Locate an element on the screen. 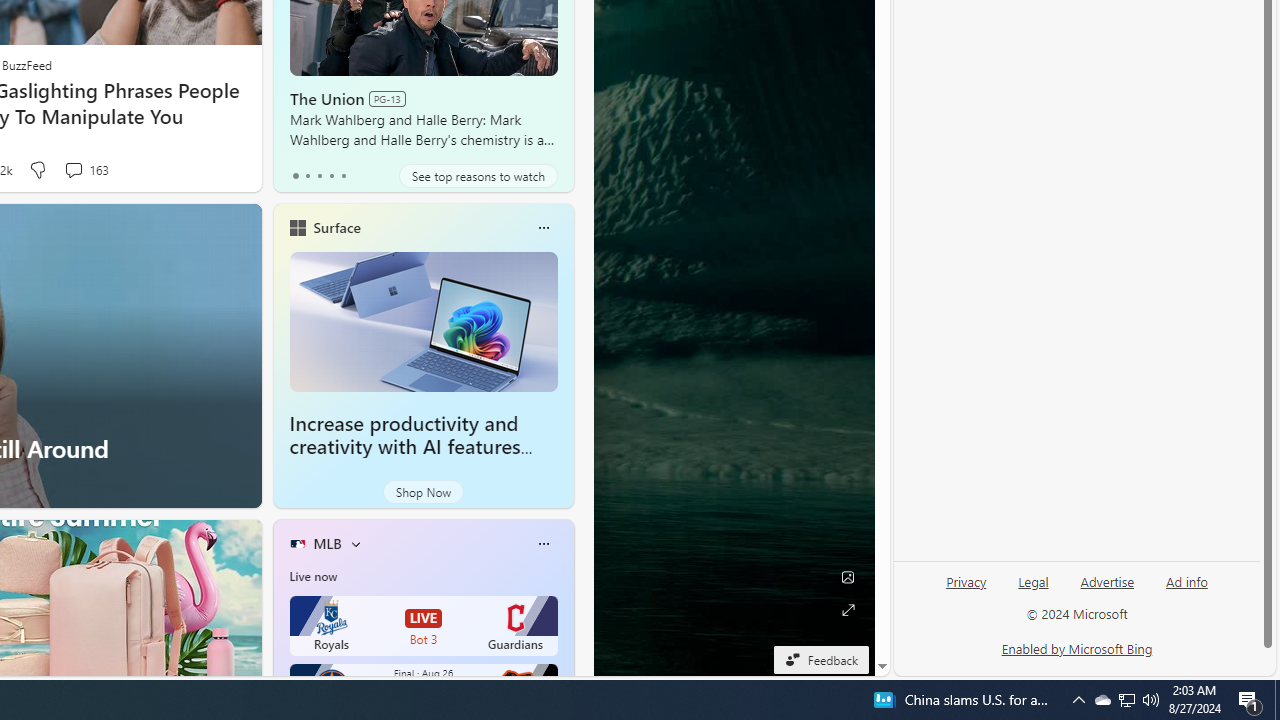  'Royals LIVE Bot 3 Guardians' is located at coordinates (422, 625).